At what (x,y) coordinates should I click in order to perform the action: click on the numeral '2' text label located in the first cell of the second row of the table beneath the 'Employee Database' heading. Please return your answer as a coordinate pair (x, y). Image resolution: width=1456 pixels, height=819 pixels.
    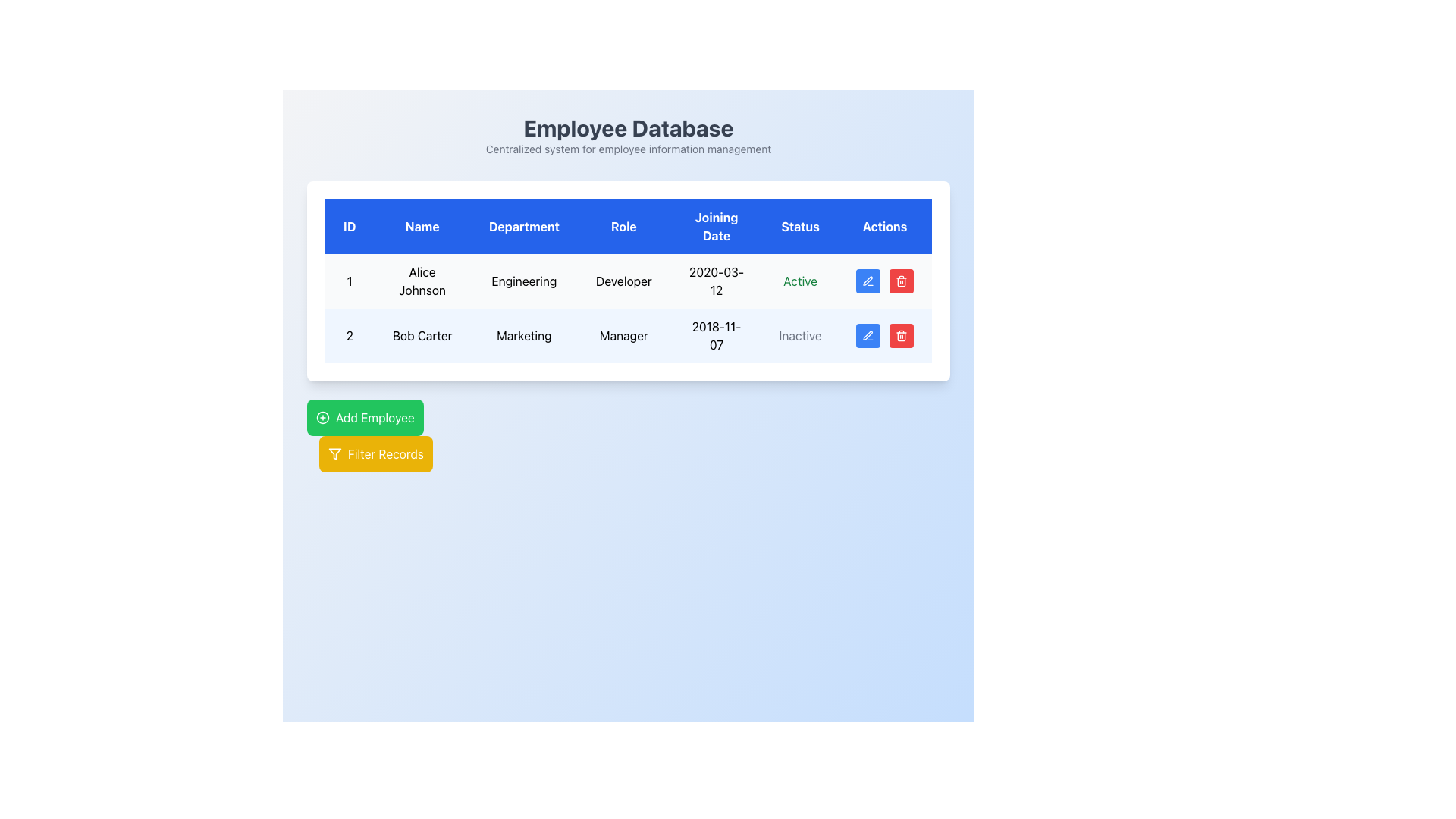
    Looking at the image, I should click on (349, 335).